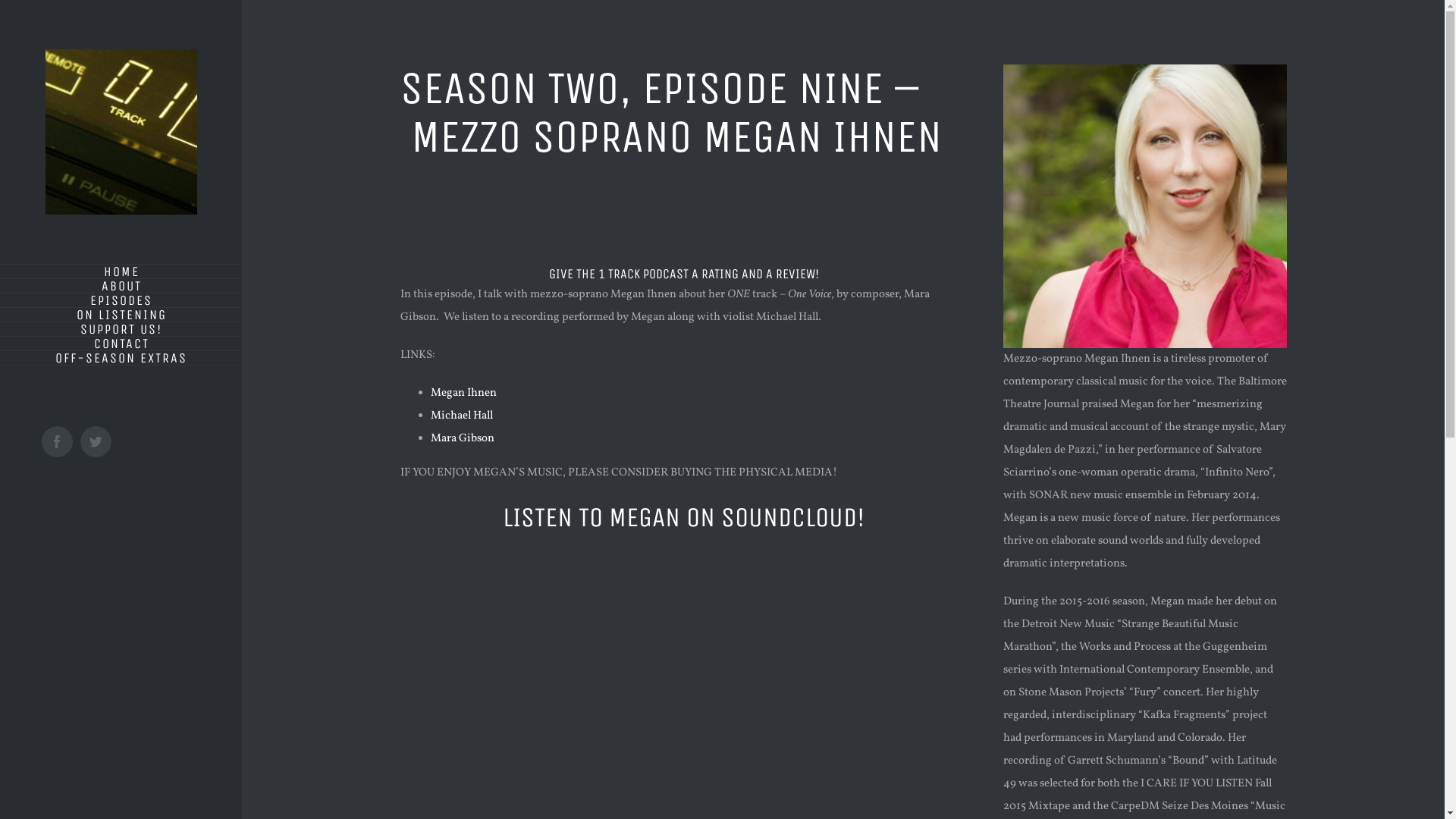  What do you see at coordinates (461, 438) in the screenshot?
I see `'Mara Gibson'` at bounding box center [461, 438].